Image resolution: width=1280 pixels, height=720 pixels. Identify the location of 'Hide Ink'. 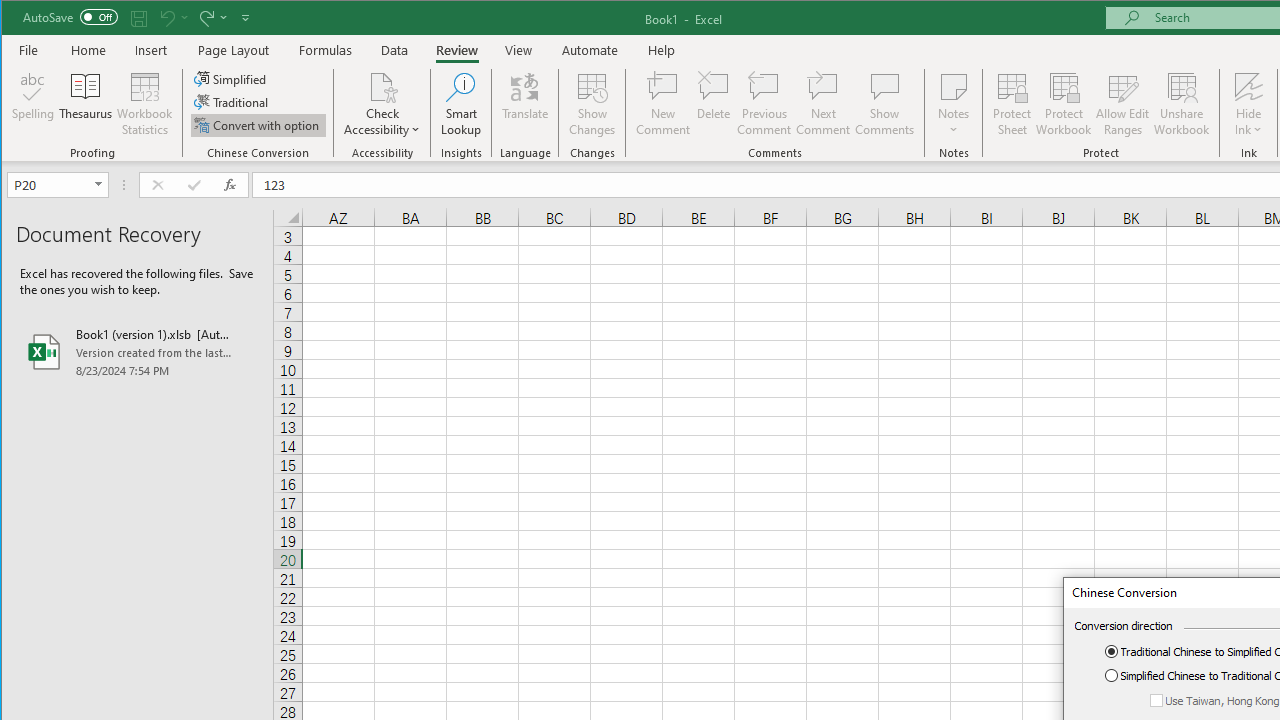
(1247, 104).